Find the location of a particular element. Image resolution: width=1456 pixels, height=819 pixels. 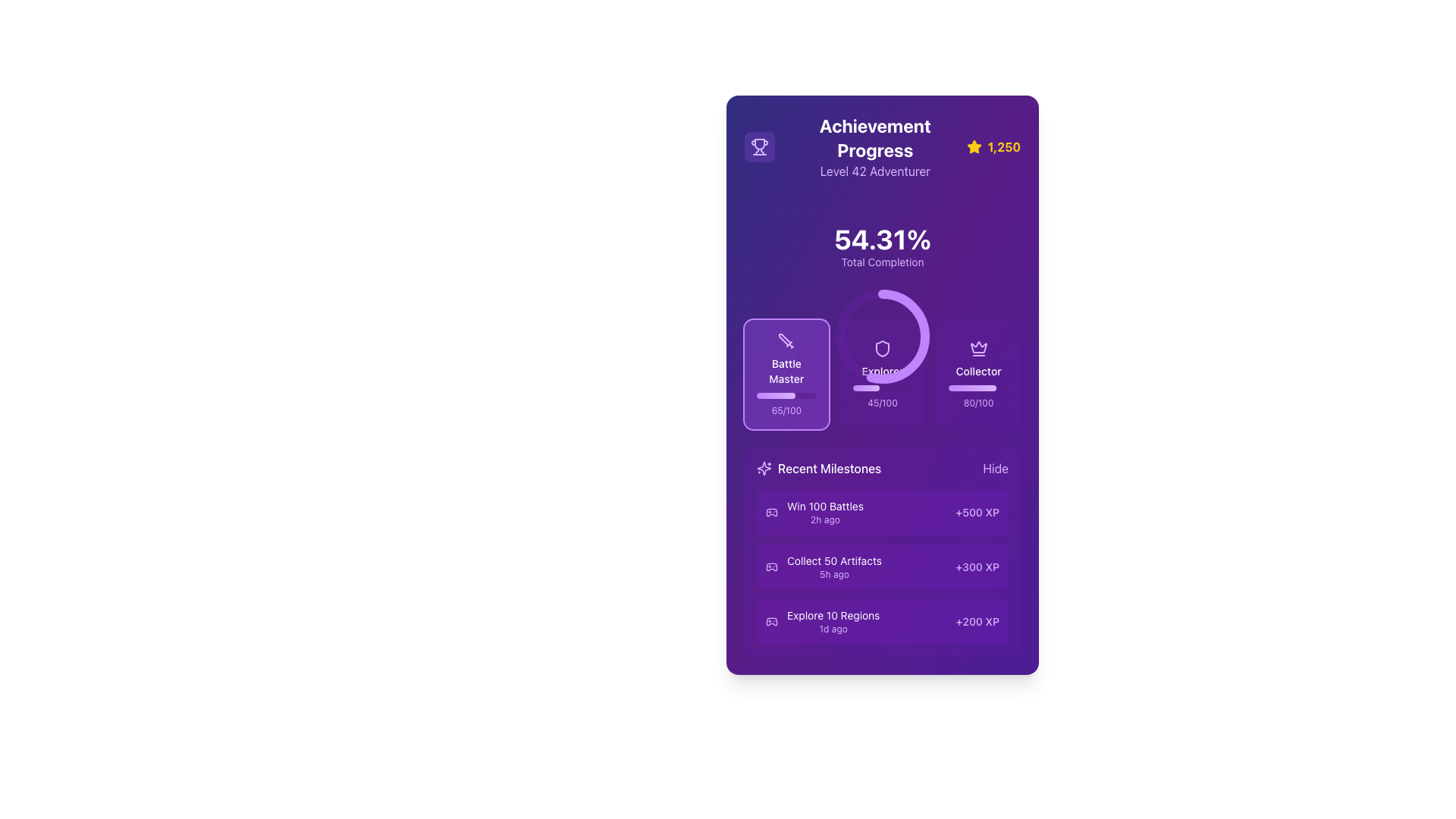

the achievement progress icon located near the top-left corner of the card, adjacent to the title 'Achievement Progress', within a section with a blurred purple background is located at coordinates (760, 146).